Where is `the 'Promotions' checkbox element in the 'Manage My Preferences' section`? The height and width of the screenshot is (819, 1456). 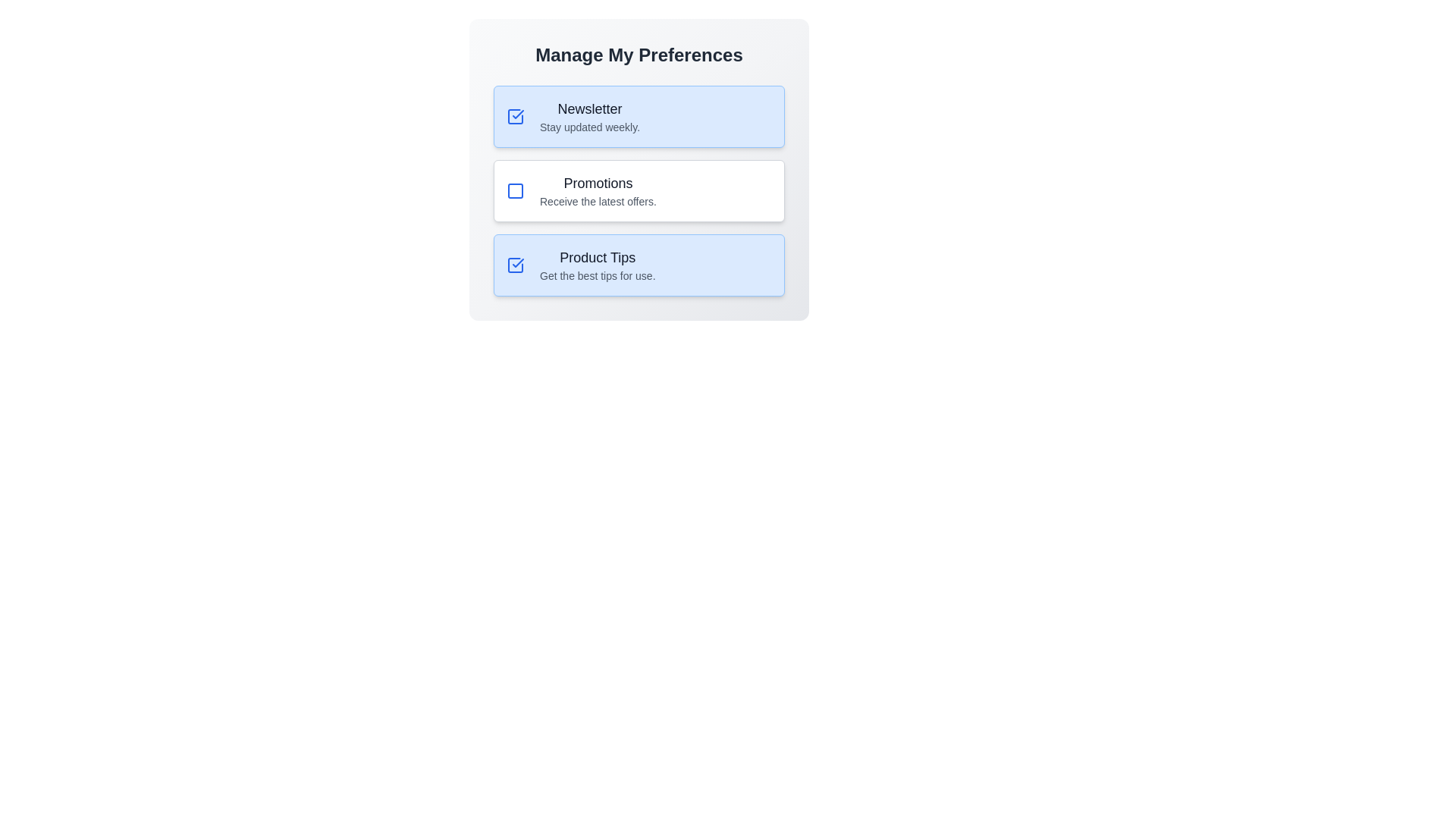 the 'Promotions' checkbox element in the 'Manage My Preferences' section is located at coordinates (639, 190).